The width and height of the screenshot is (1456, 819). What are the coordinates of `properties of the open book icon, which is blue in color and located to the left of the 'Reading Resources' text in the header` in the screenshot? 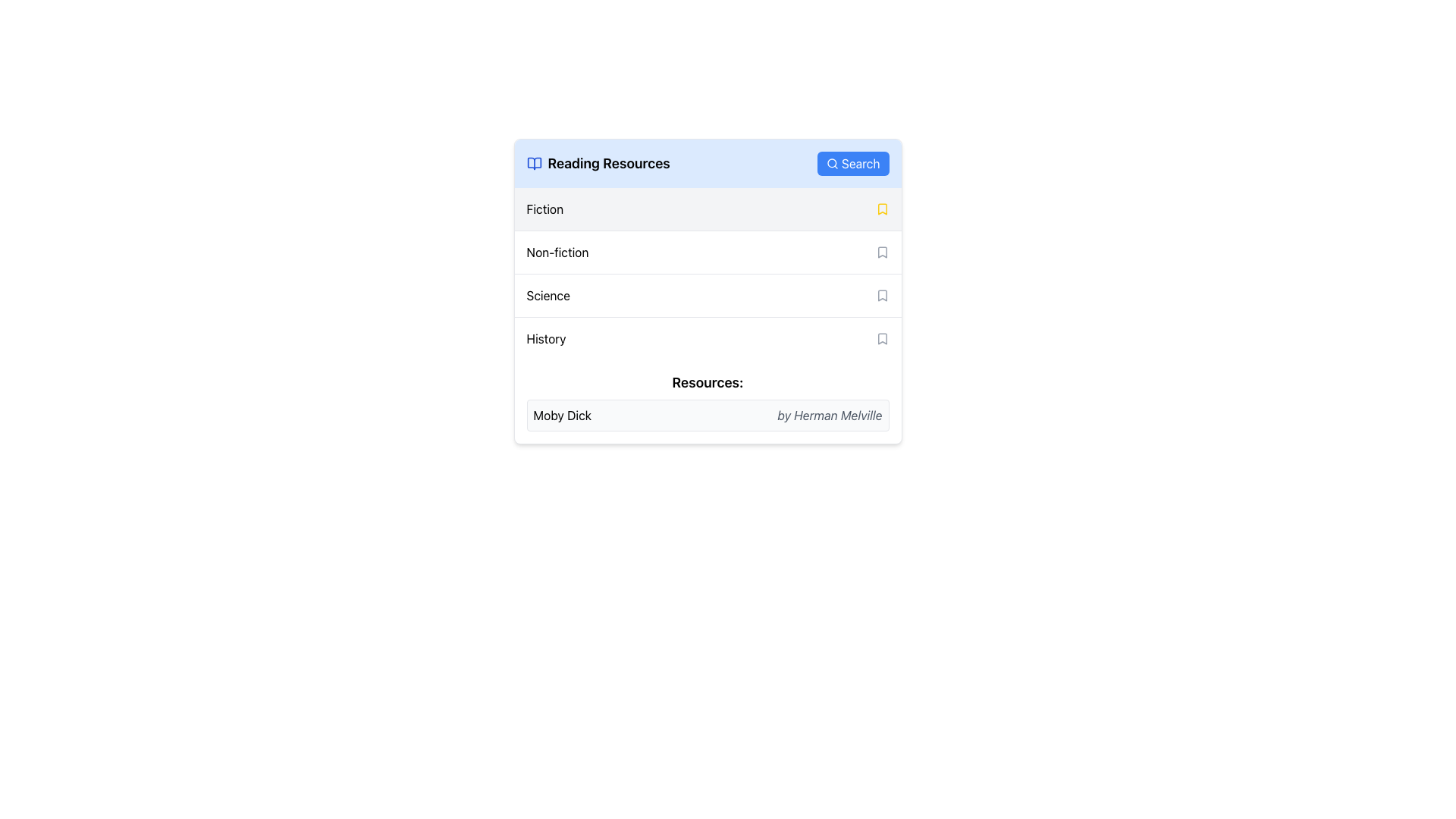 It's located at (534, 164).